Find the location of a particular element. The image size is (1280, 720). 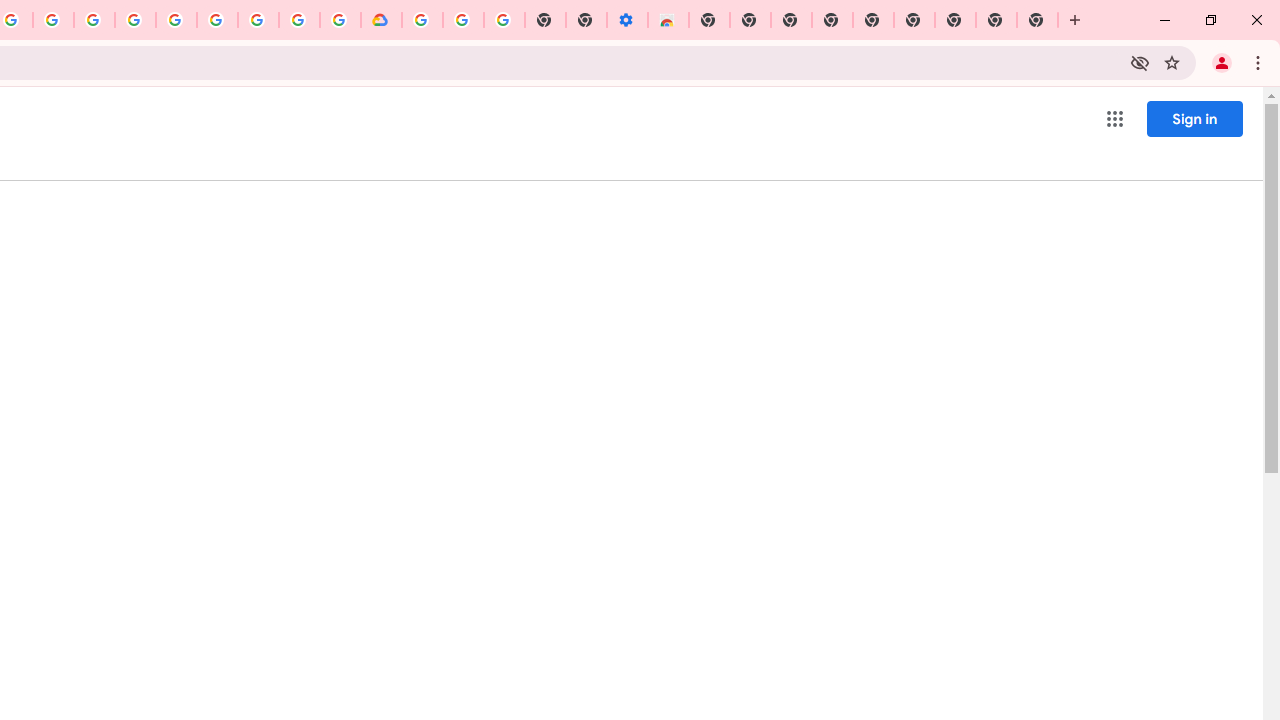

'Turn cookies on or off - Computer - Google Account Help' is located at coordinates (504, 20).